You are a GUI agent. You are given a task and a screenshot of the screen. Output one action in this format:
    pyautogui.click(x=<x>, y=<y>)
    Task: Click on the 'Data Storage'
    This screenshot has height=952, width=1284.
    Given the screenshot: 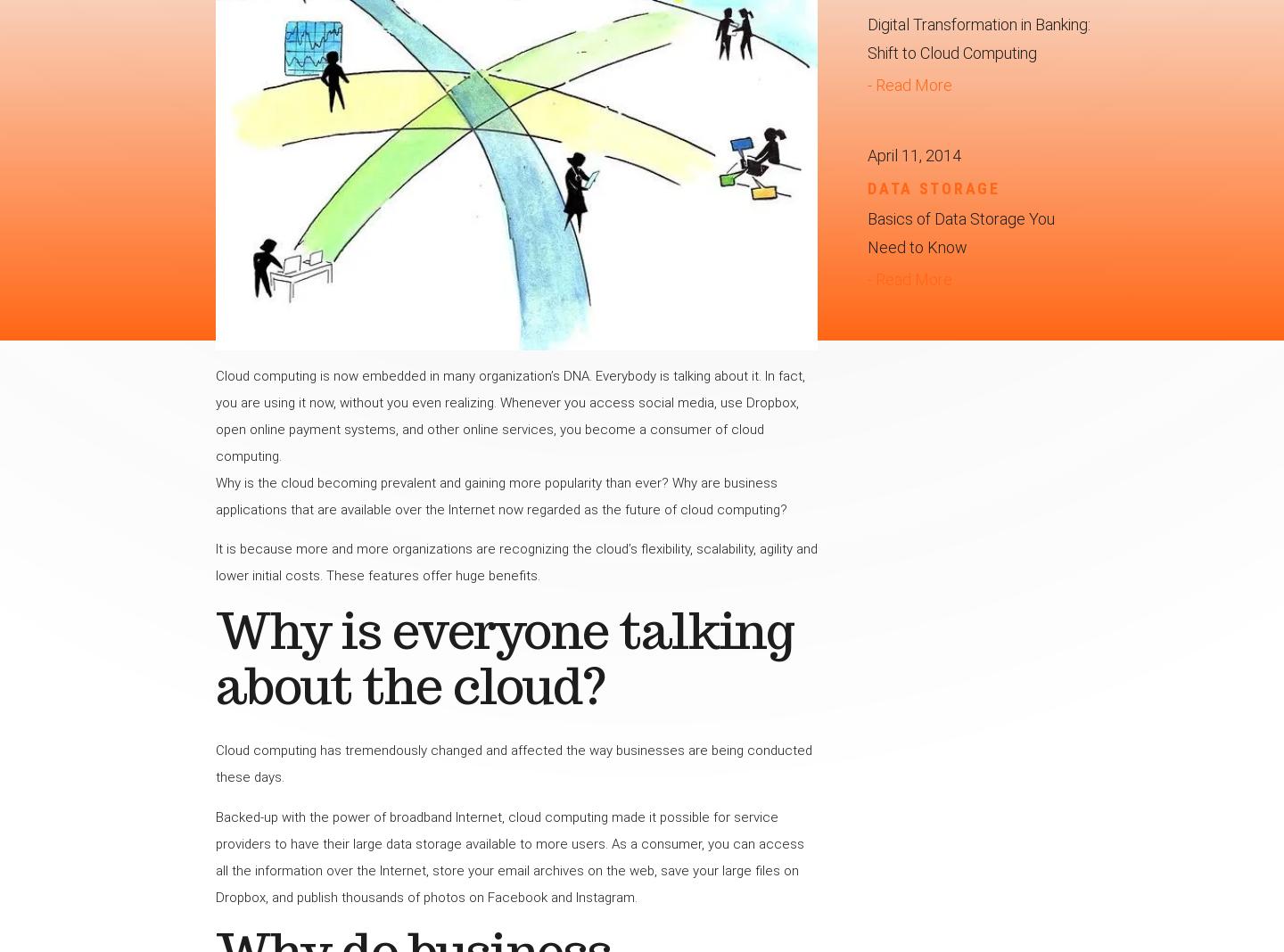 What is the action you would take?
    pyautogui.click(x=867, y=187)
    